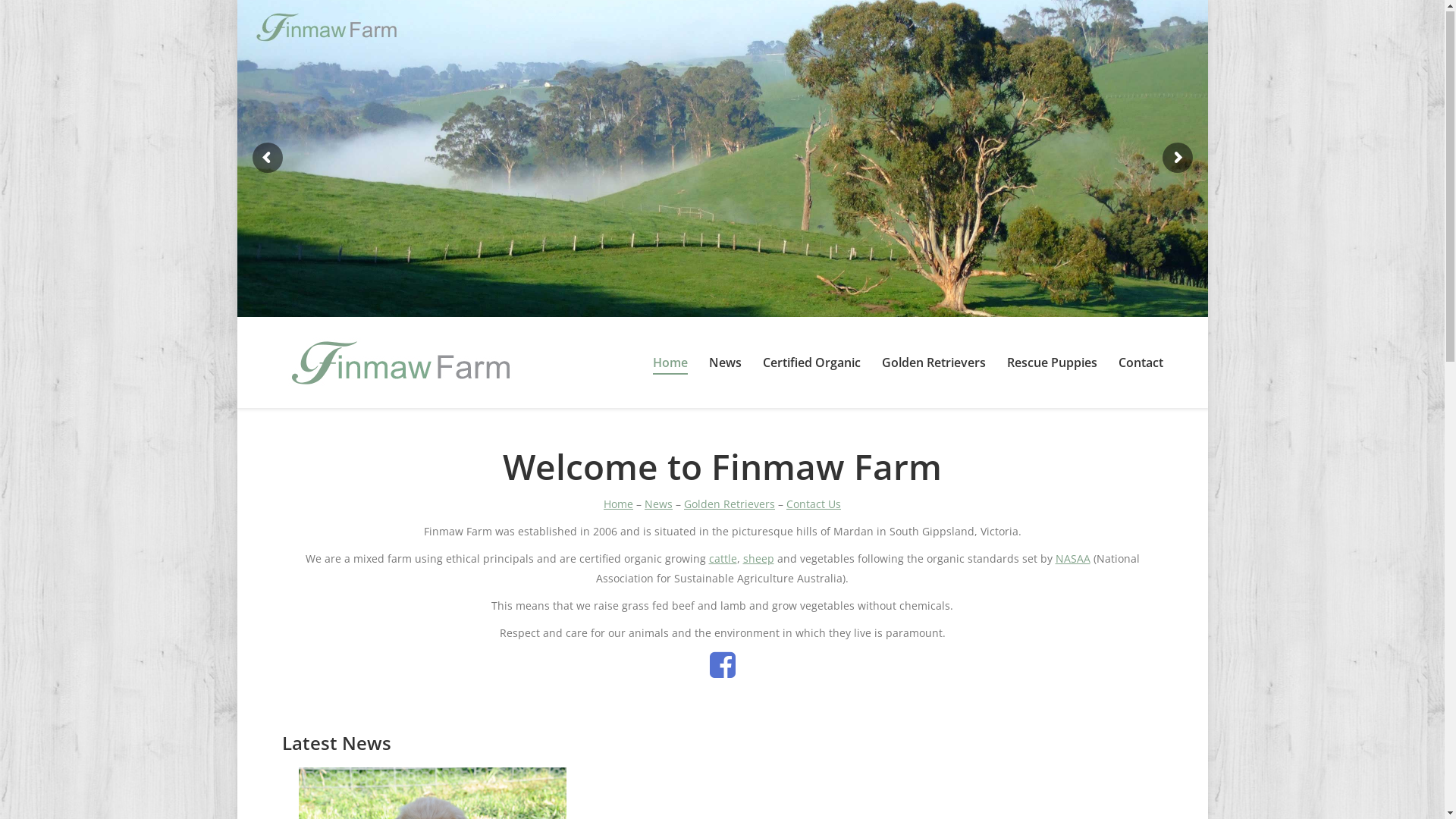  Describe the element at coordinates (721, 560) in the screenshot. I see `'cattle'` at that location.